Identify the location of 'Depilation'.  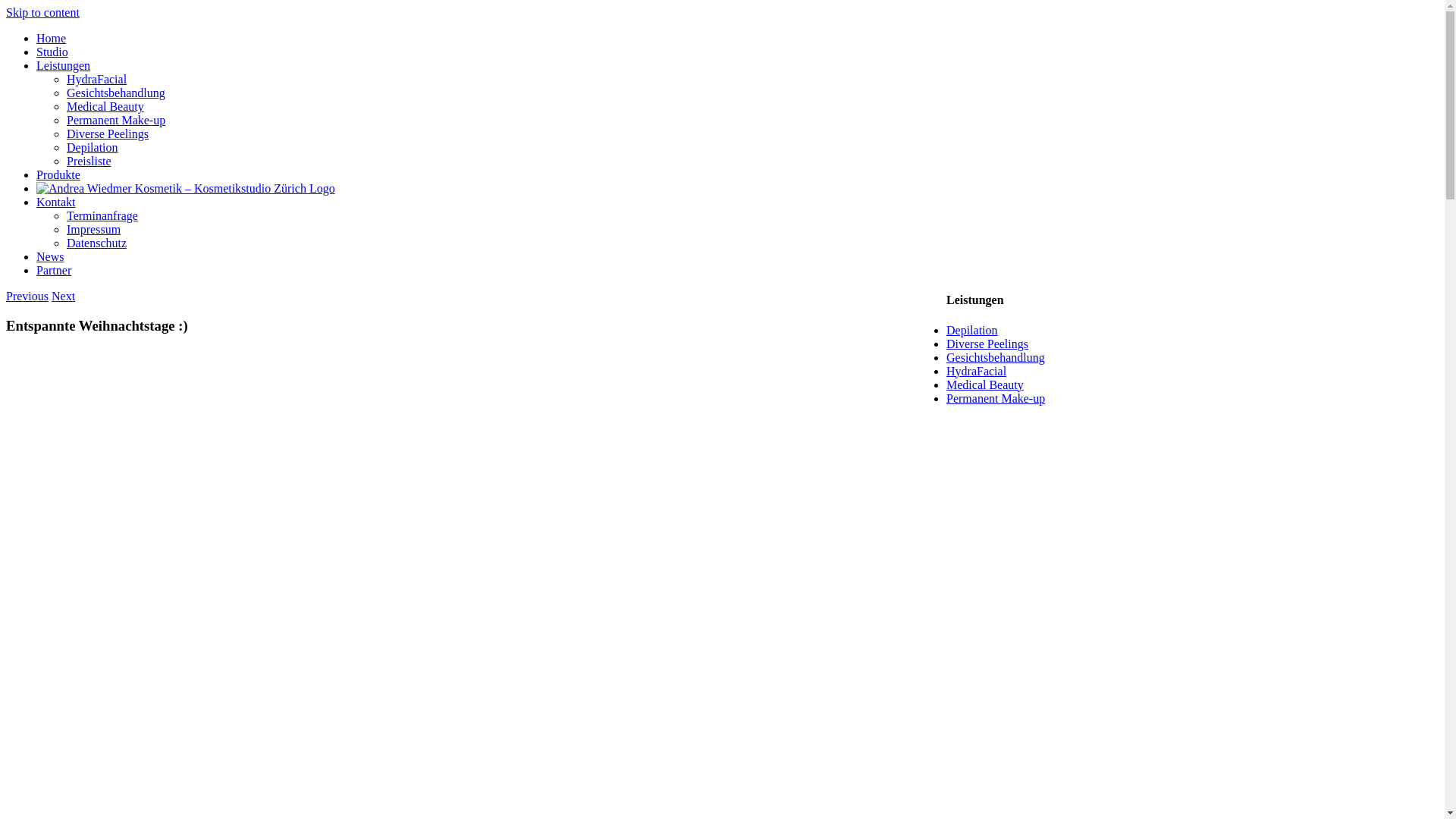
(971, 329).